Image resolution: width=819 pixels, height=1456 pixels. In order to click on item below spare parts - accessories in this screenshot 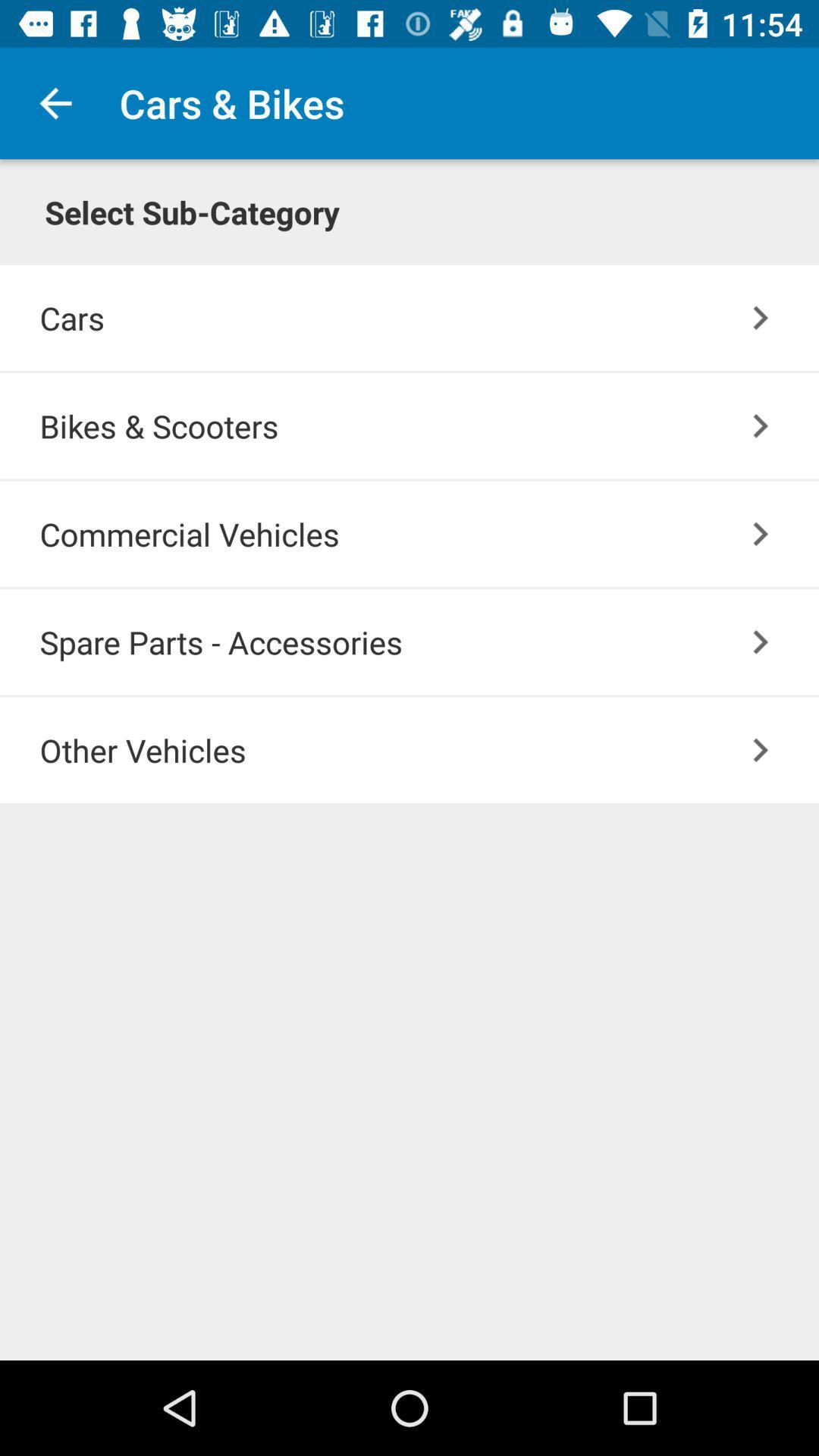, I will do `click(429, 750)`.